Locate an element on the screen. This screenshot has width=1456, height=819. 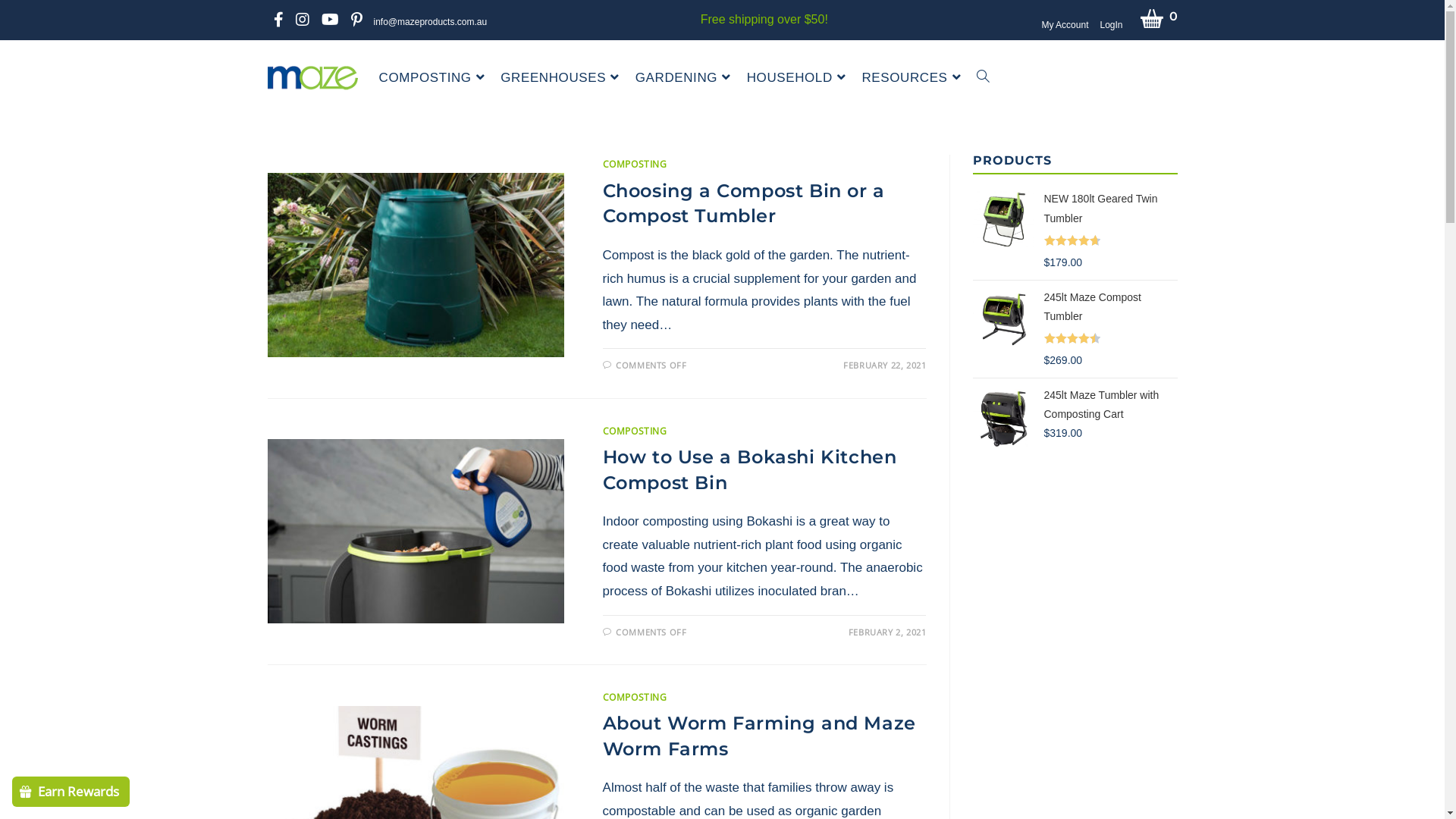
'GARDENING' is located at coordinates (684, 78).